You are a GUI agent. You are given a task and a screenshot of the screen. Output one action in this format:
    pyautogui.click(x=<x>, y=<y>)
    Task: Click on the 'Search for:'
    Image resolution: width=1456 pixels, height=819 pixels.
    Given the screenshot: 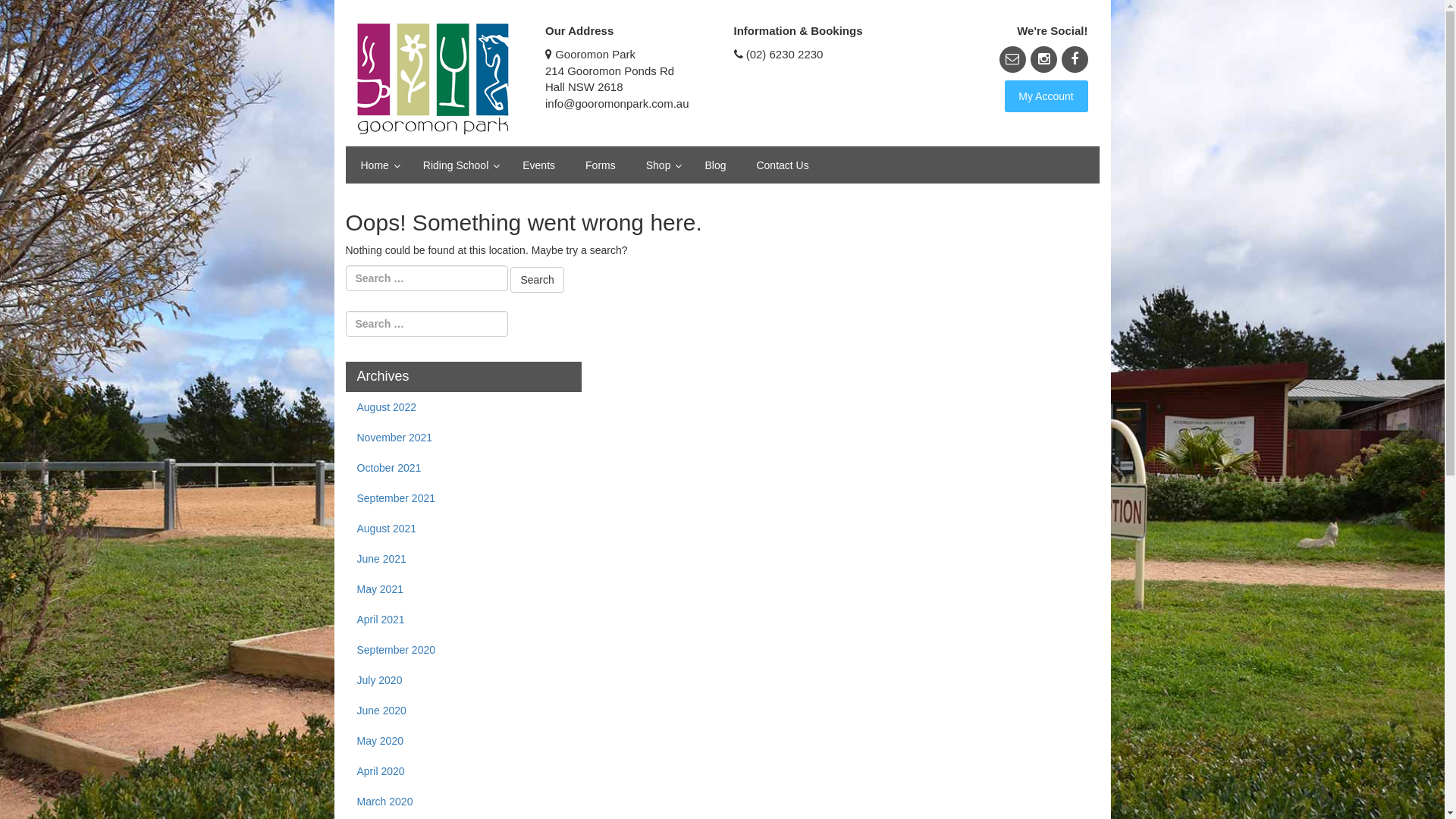 What is the action you would take?
    pyautogui.click(x=425, y=278)
    